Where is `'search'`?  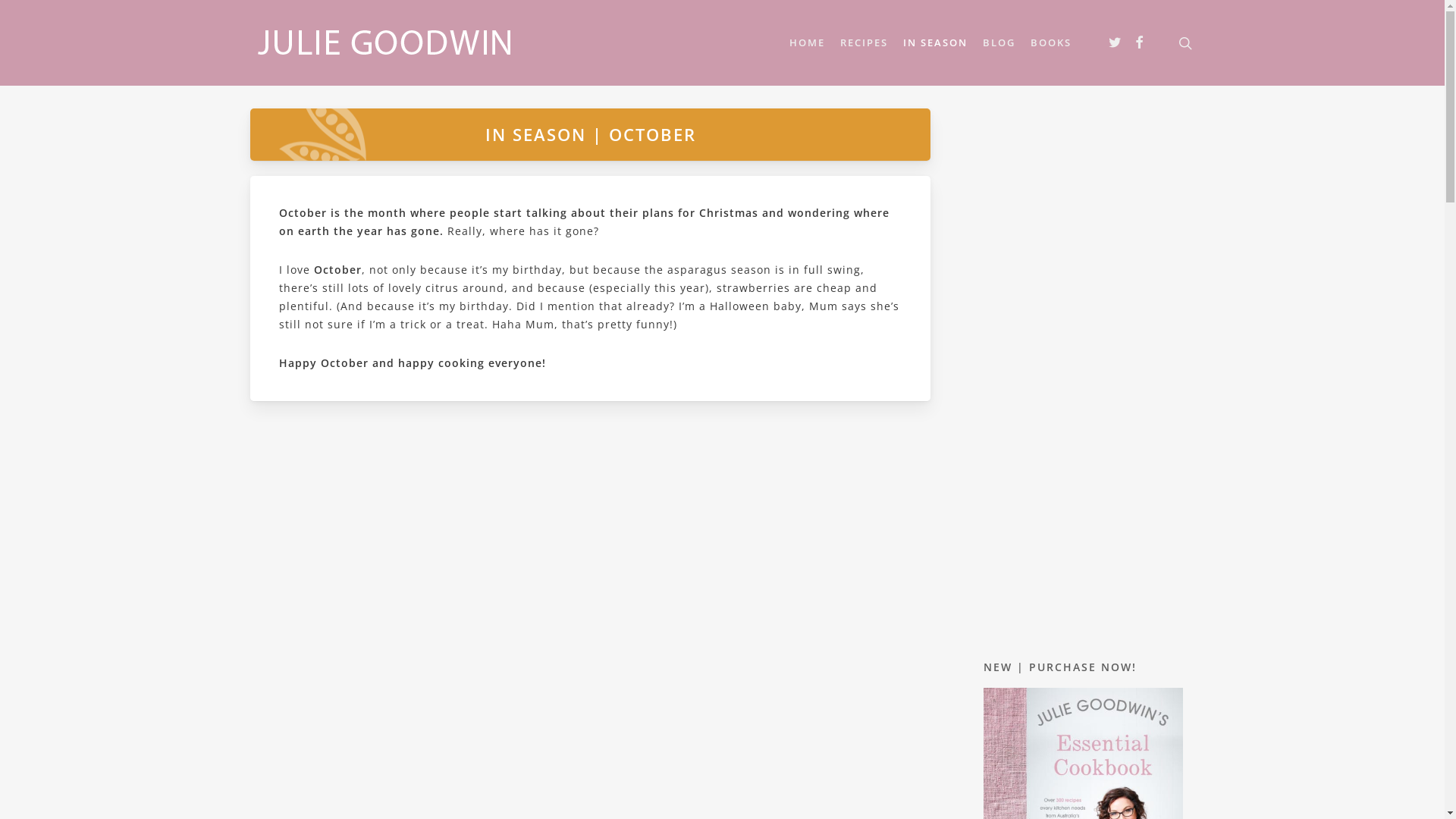 'search' is located at coordinates (1175, 42).